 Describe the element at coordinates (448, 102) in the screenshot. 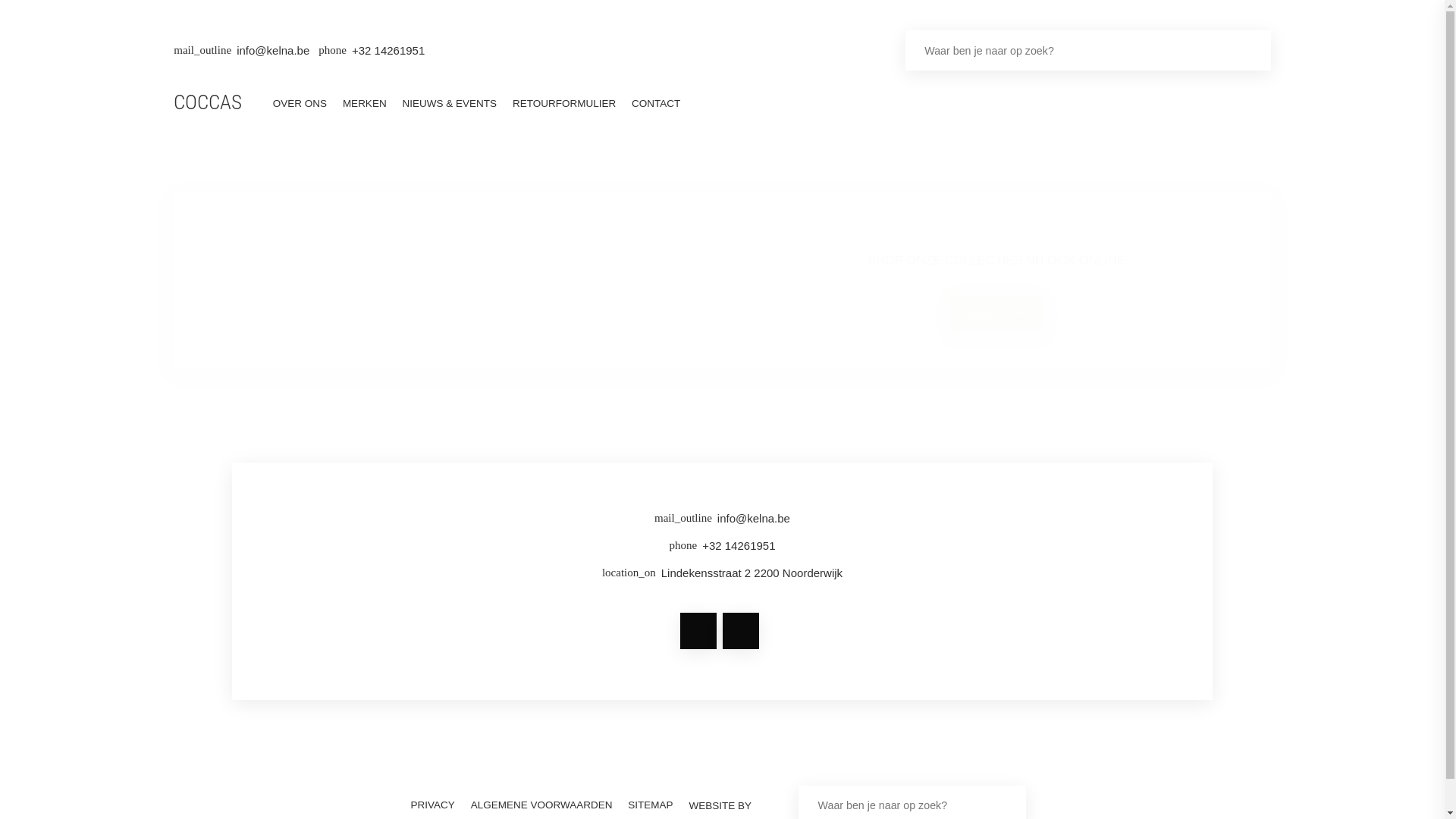

I see `'NIEUWS & EVENTS'` at that location.